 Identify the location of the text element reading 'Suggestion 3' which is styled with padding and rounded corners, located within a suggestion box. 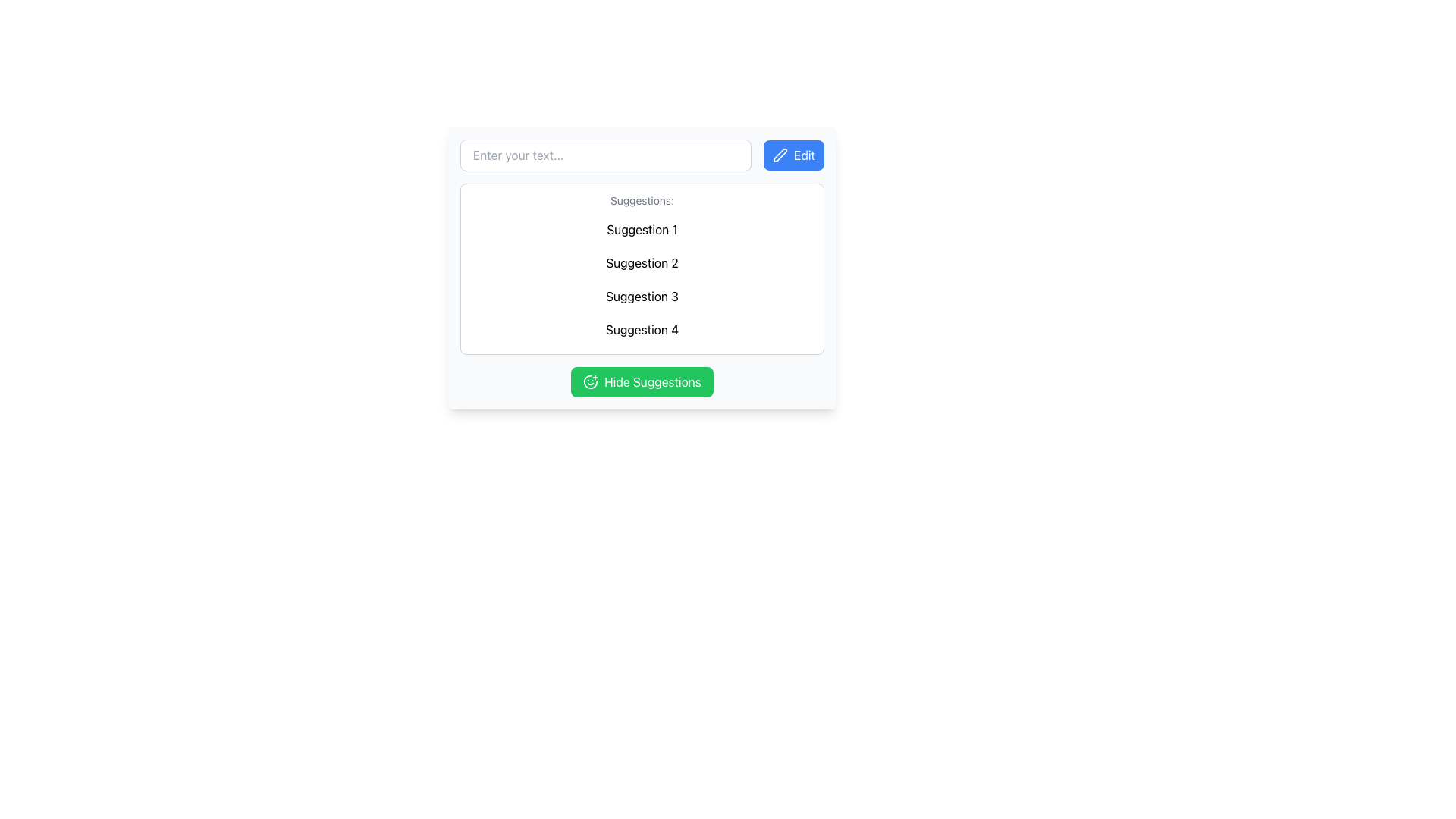
(642, 296).